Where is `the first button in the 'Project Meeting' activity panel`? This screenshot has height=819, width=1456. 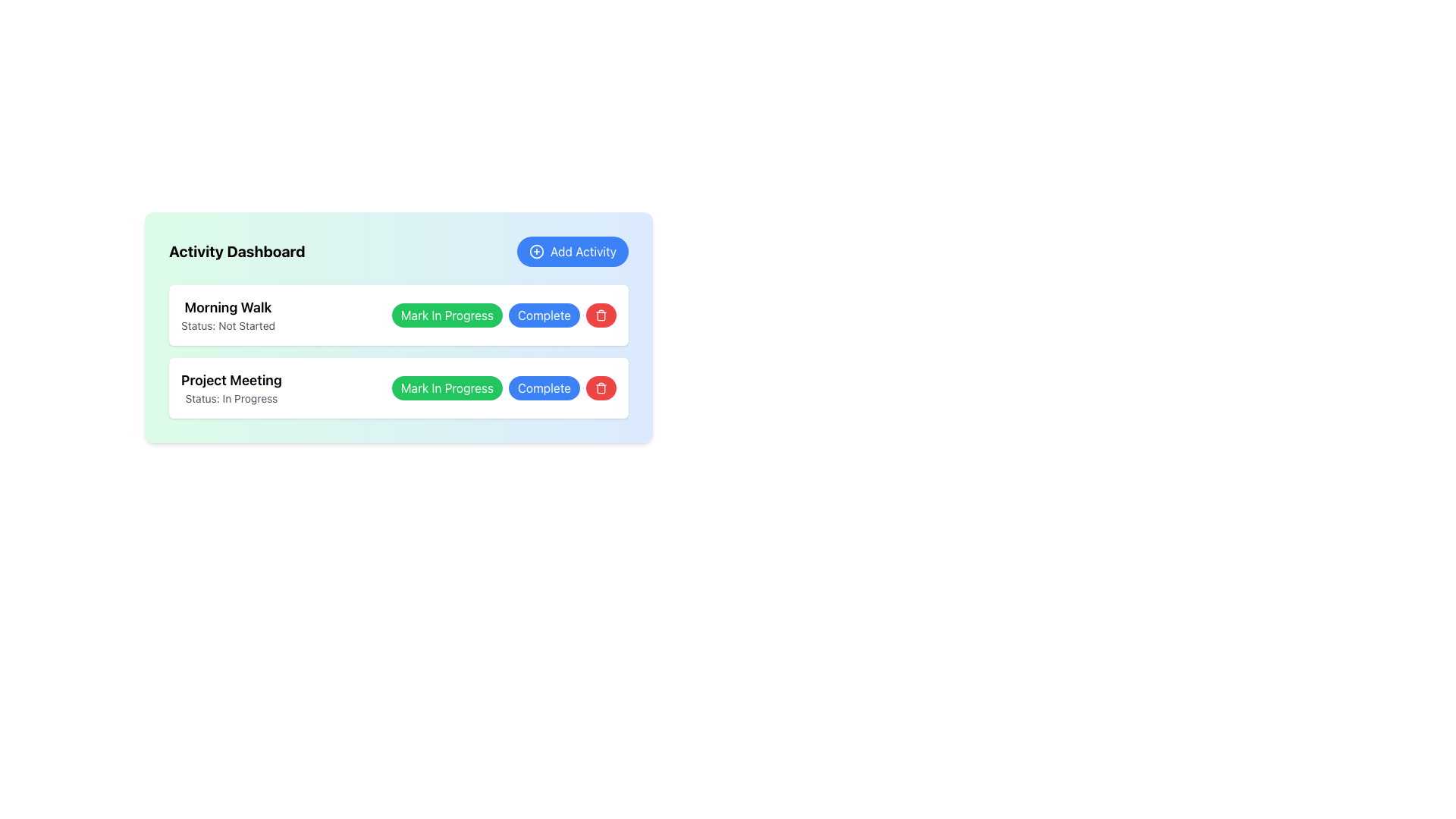
the first button in the 'Project Meeting' activity panel is located at coordinates (446, 388).